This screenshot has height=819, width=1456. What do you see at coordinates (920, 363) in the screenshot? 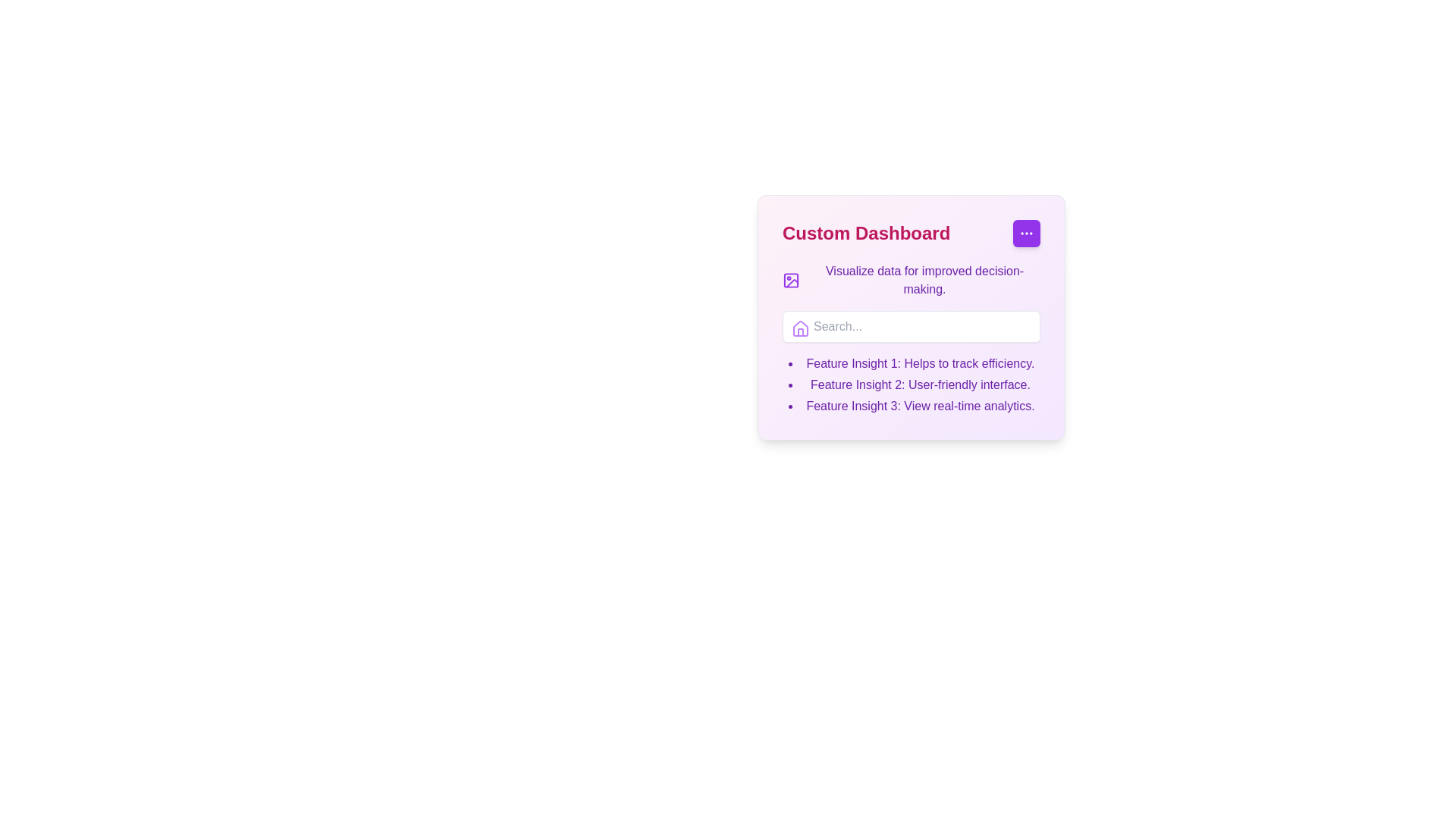
I see `the static text element that reads 'Feature Insight 1: Helps to track efficiency.' styled in purple font, located at the top of a vertical list beneath a search bar` at bounding box center [920, 363].